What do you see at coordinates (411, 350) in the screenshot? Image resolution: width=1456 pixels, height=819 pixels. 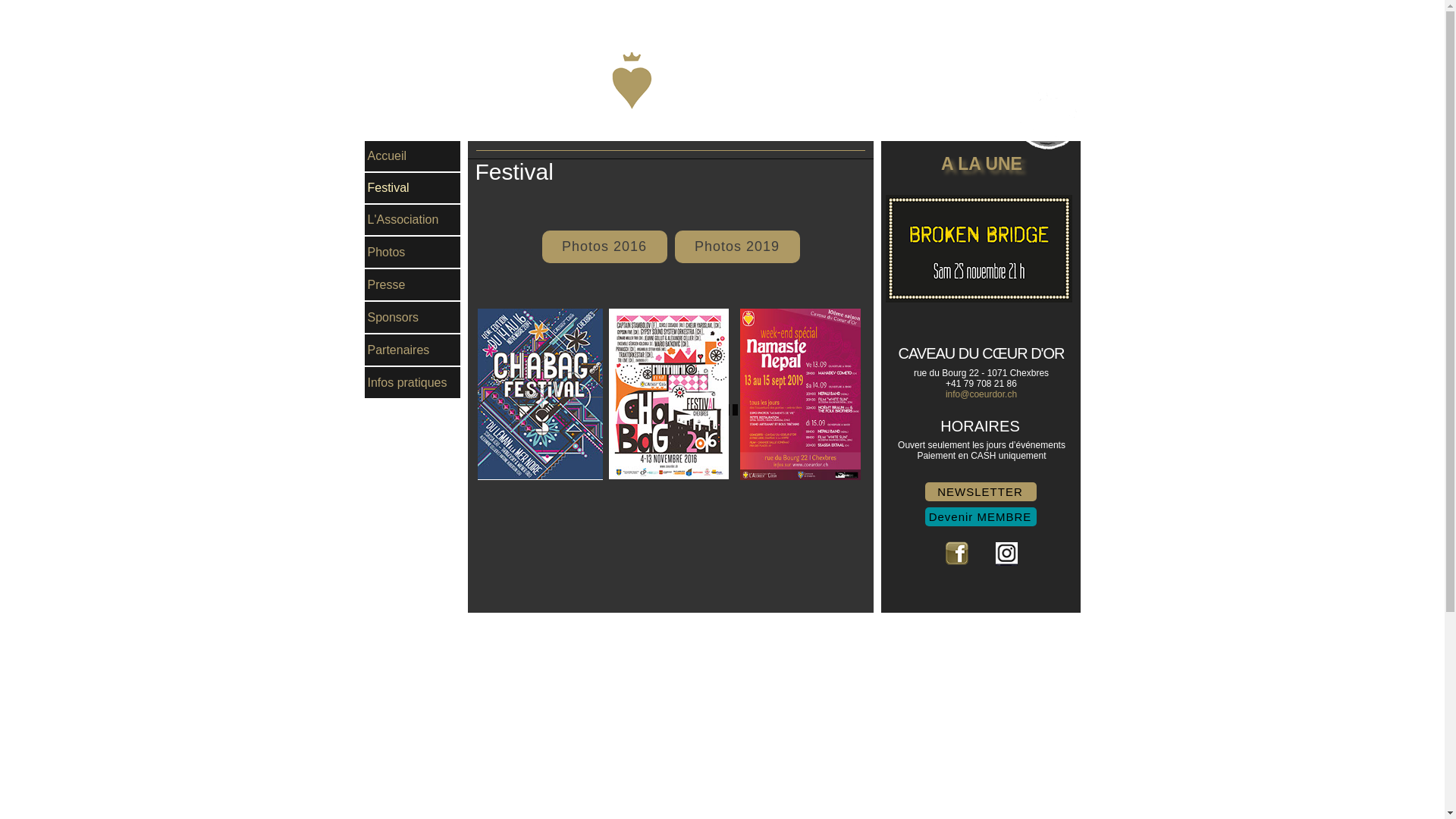 I see `'Partenaires'` at bounding box center [411, 350].